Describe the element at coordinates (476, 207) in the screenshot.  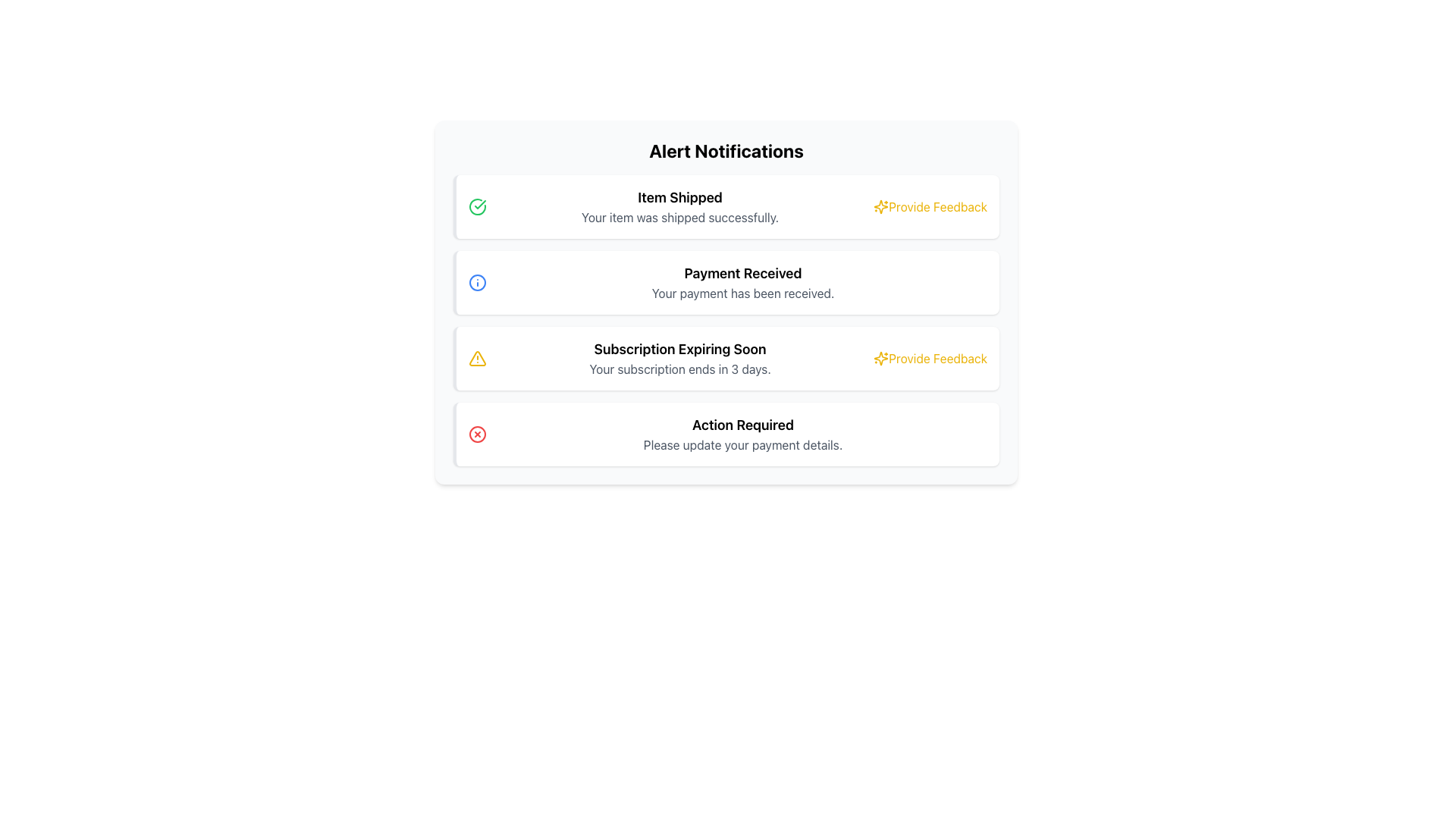
I see `the circular green icon with a white checkmark in the notification panel indicating a successful operation for 'Item Shipped'` at that location.